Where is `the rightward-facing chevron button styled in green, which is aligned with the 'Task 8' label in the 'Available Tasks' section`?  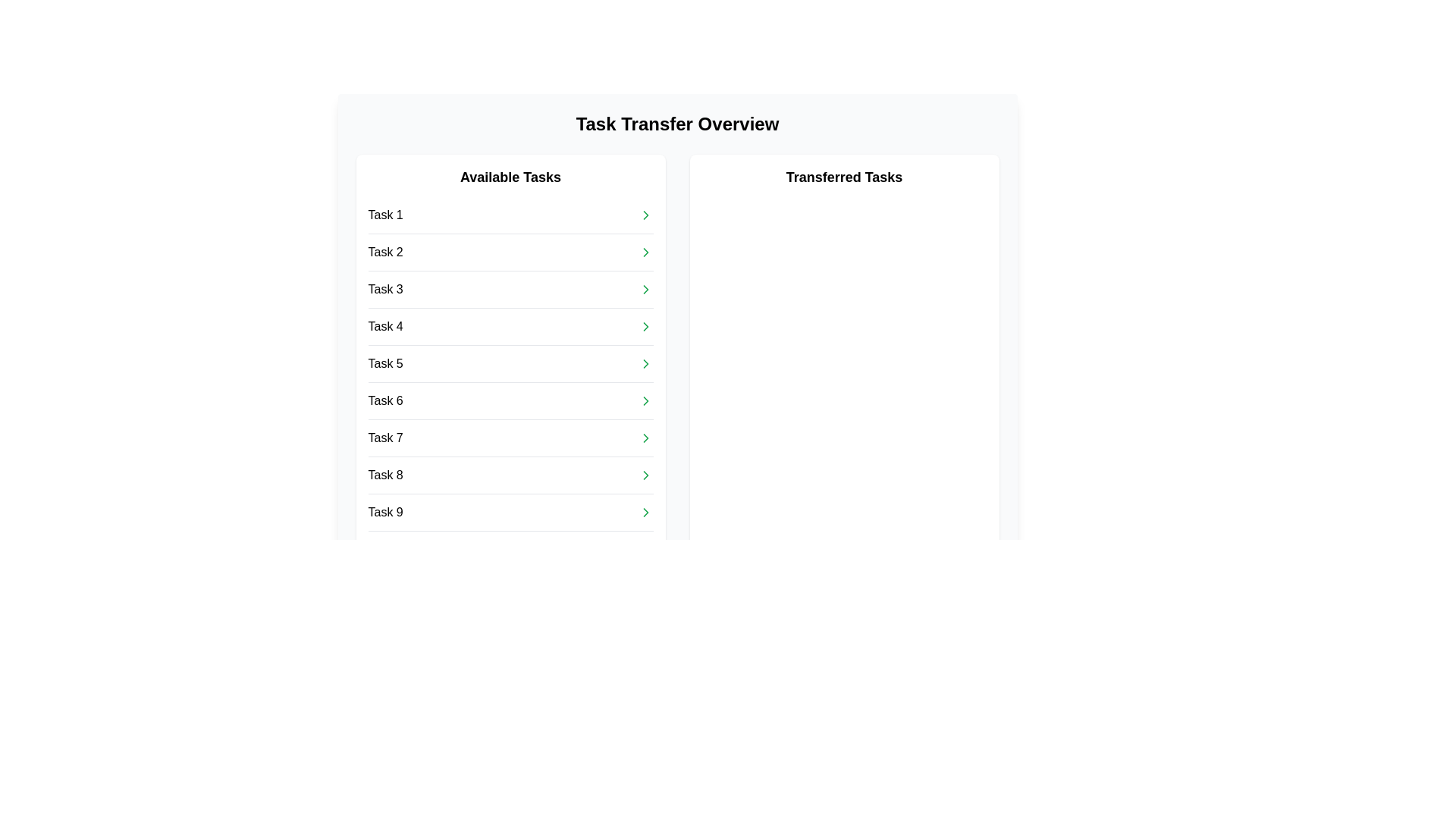 the rightward-facing chevron button styled in green, which is aligned with the 'Task 8' label in the 'Available Tasks' section is located at coordinates (645, 475).